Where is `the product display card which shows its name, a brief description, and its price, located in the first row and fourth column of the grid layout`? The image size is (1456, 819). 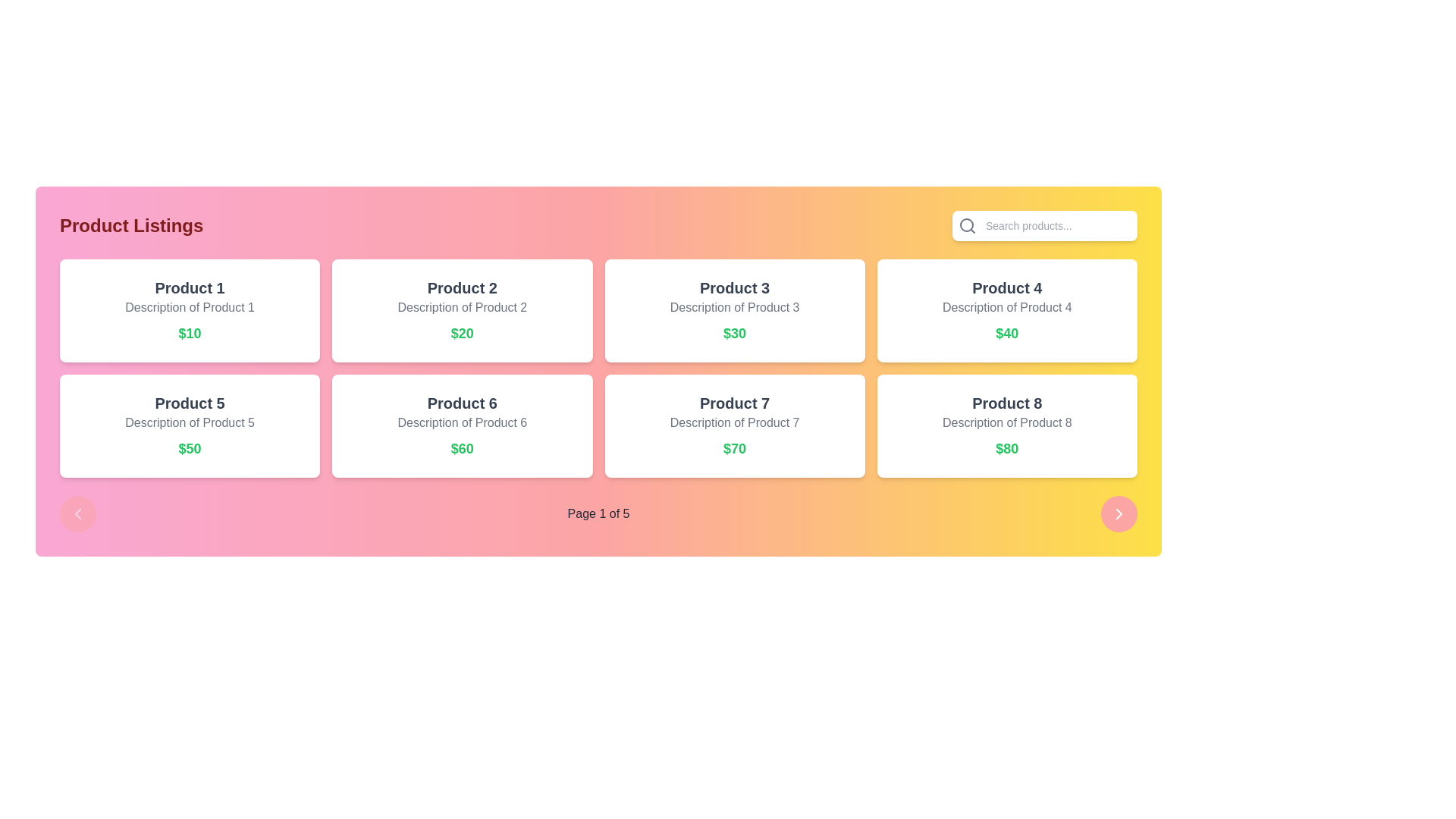
the product display card which shows its name, a brief description, and its price, located in the first row and fourth column of the grid layout is located at coordinates (1007, 309).